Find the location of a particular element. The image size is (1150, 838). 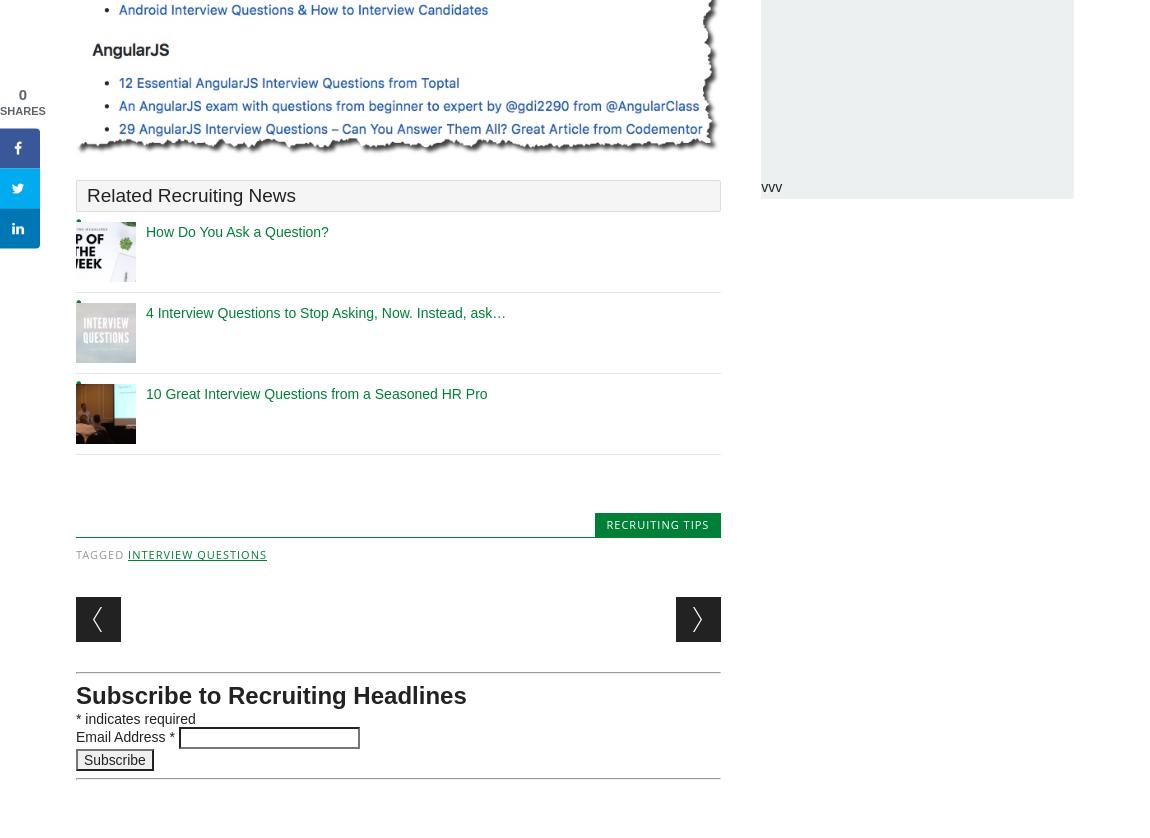

'Interview Questions' is located at coordinates (196, 554).